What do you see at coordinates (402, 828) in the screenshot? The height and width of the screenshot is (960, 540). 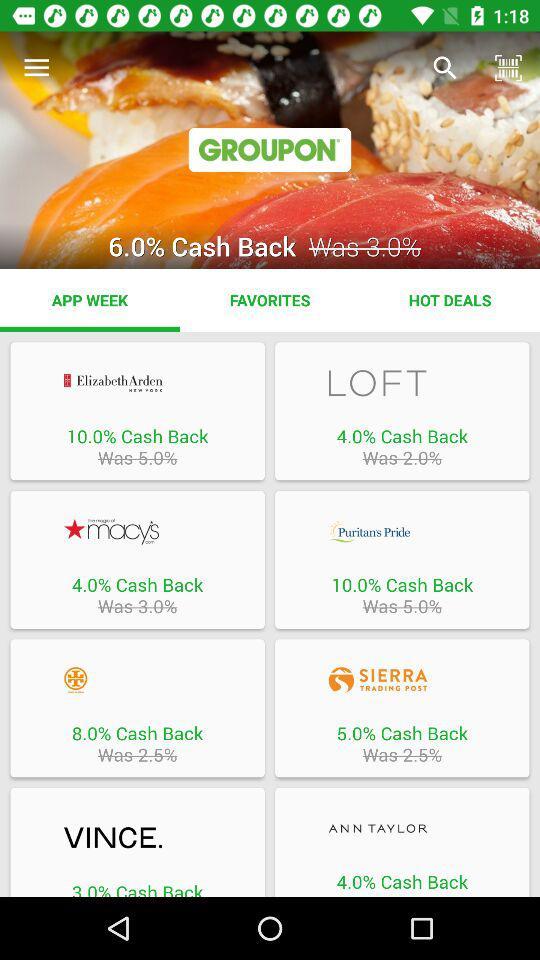 I see `ann taylor groupon` at bounding box center [402, 828].